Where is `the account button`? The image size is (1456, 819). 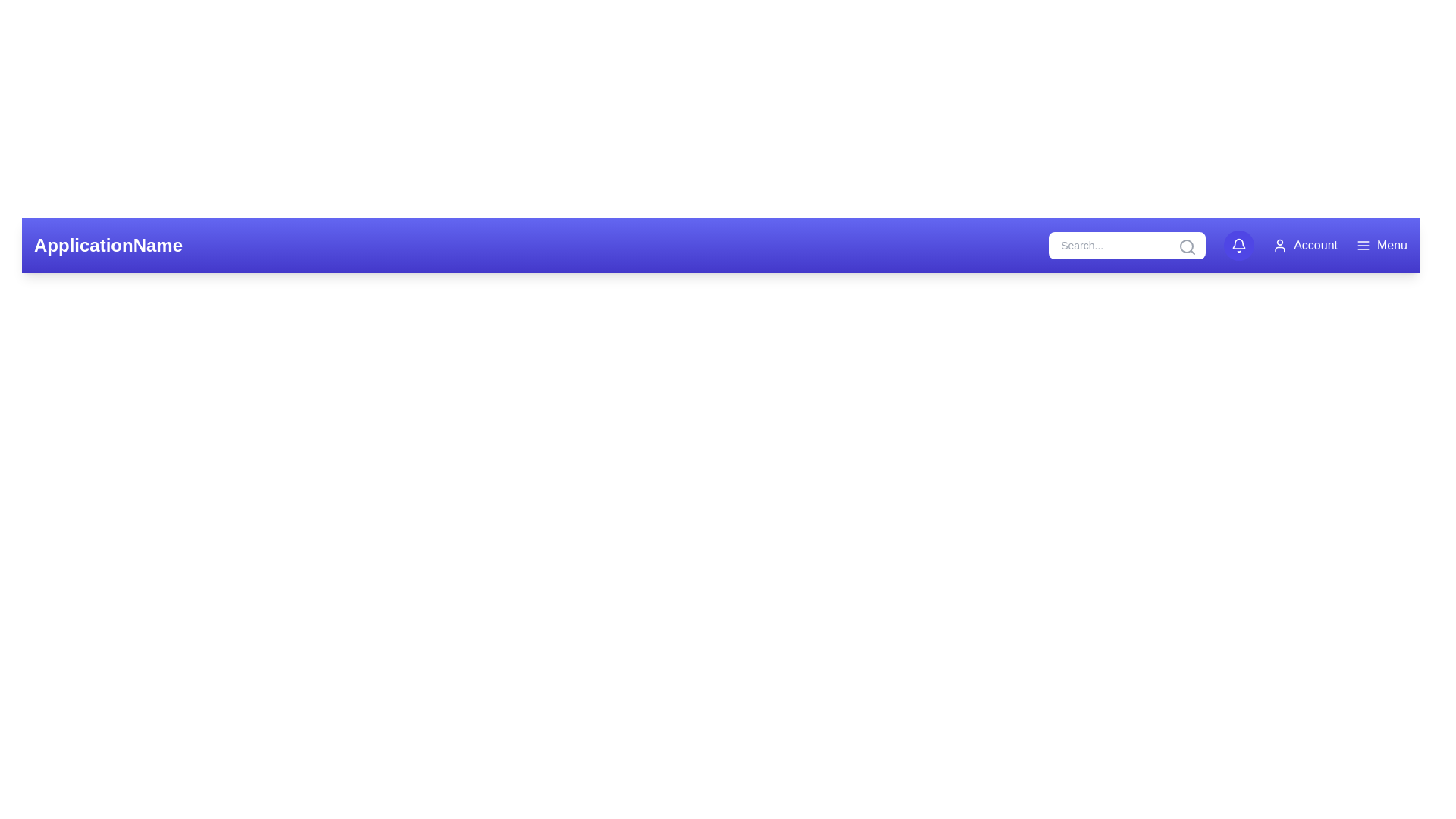 the account button is located at coordinates (1304, 245).